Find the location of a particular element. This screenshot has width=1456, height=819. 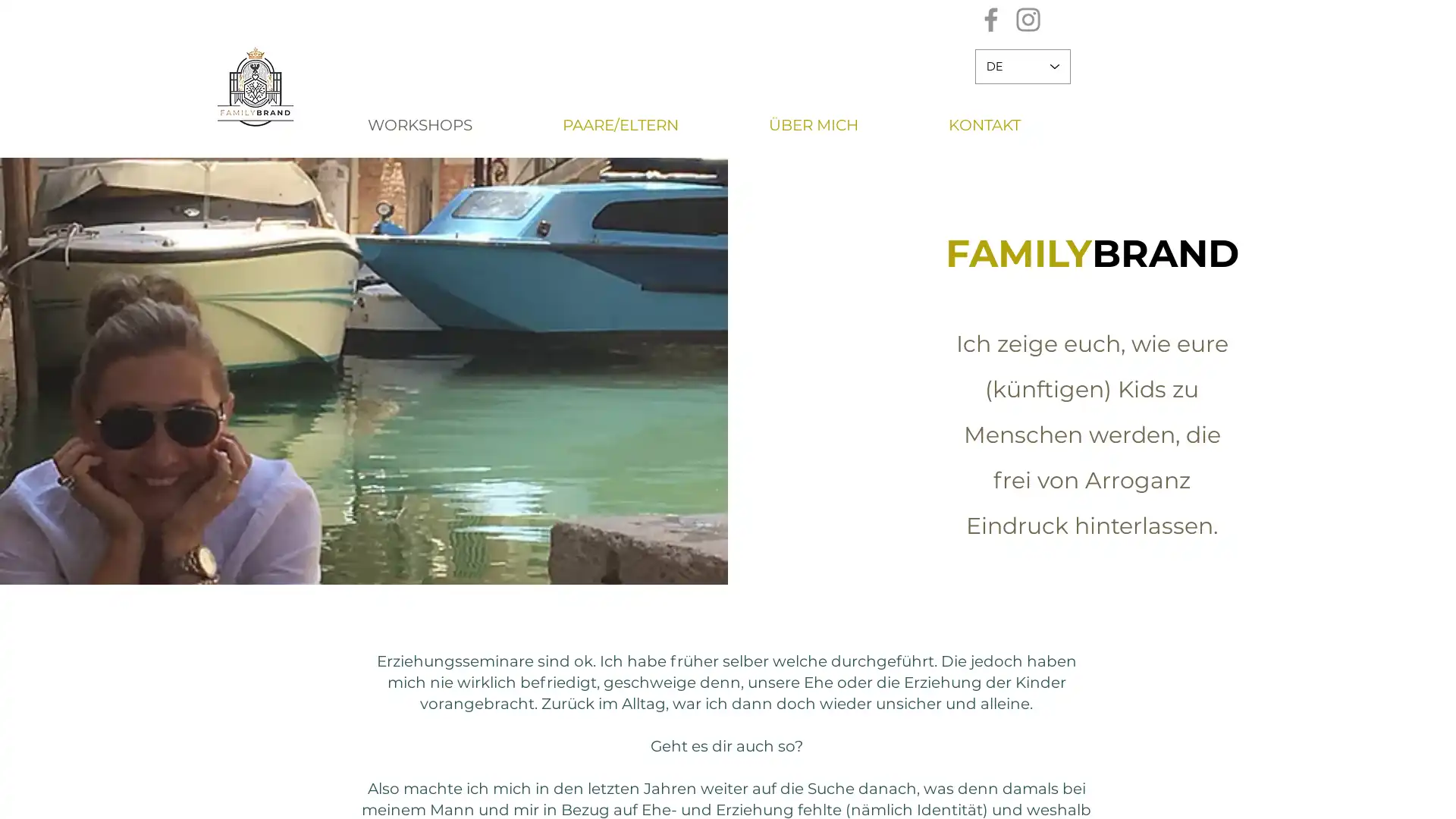

Schlieen is located at coordinates (1437, 794).